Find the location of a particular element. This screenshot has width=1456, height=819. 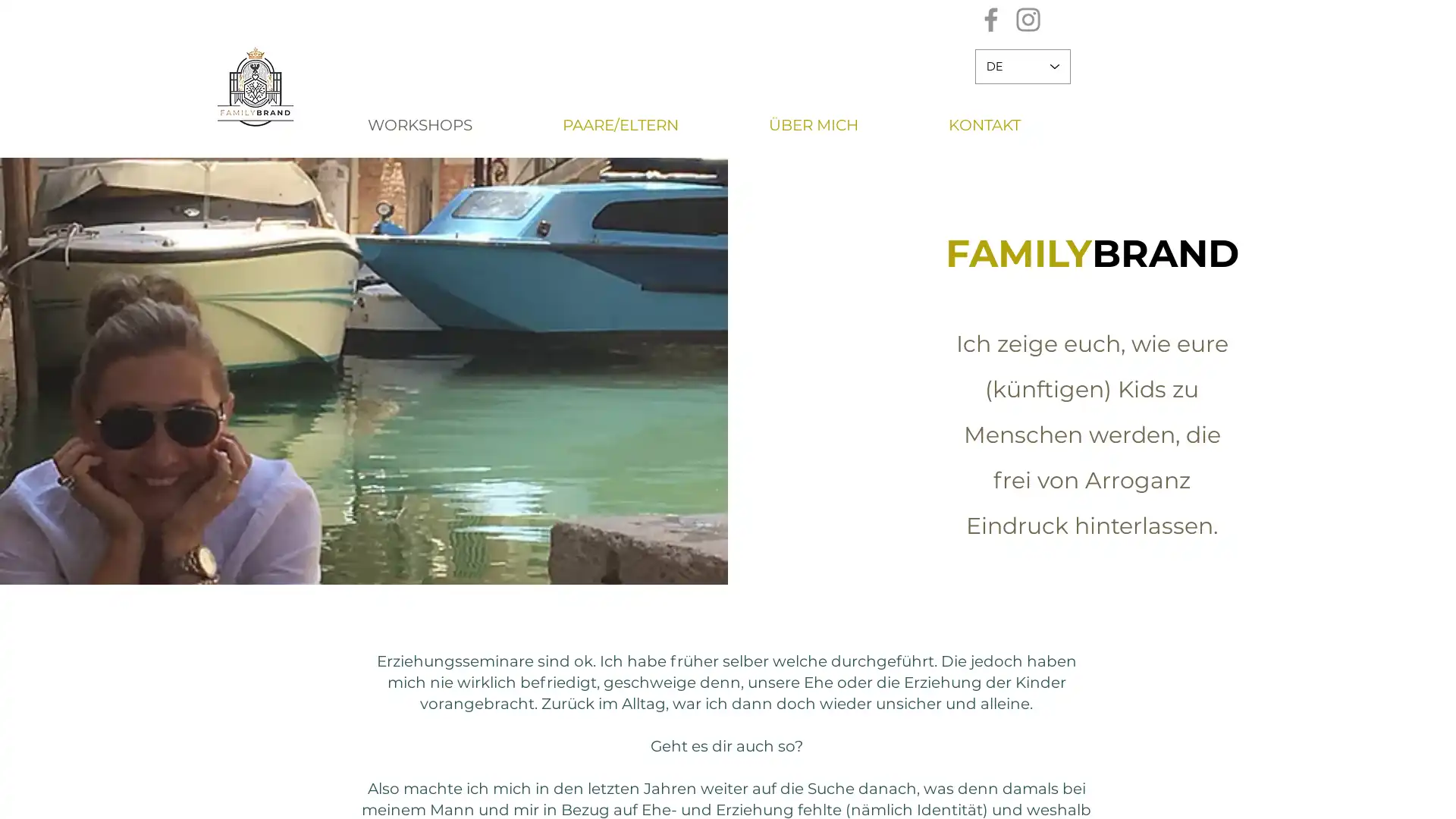

Schlieen is located at coordinates (1437, 794).